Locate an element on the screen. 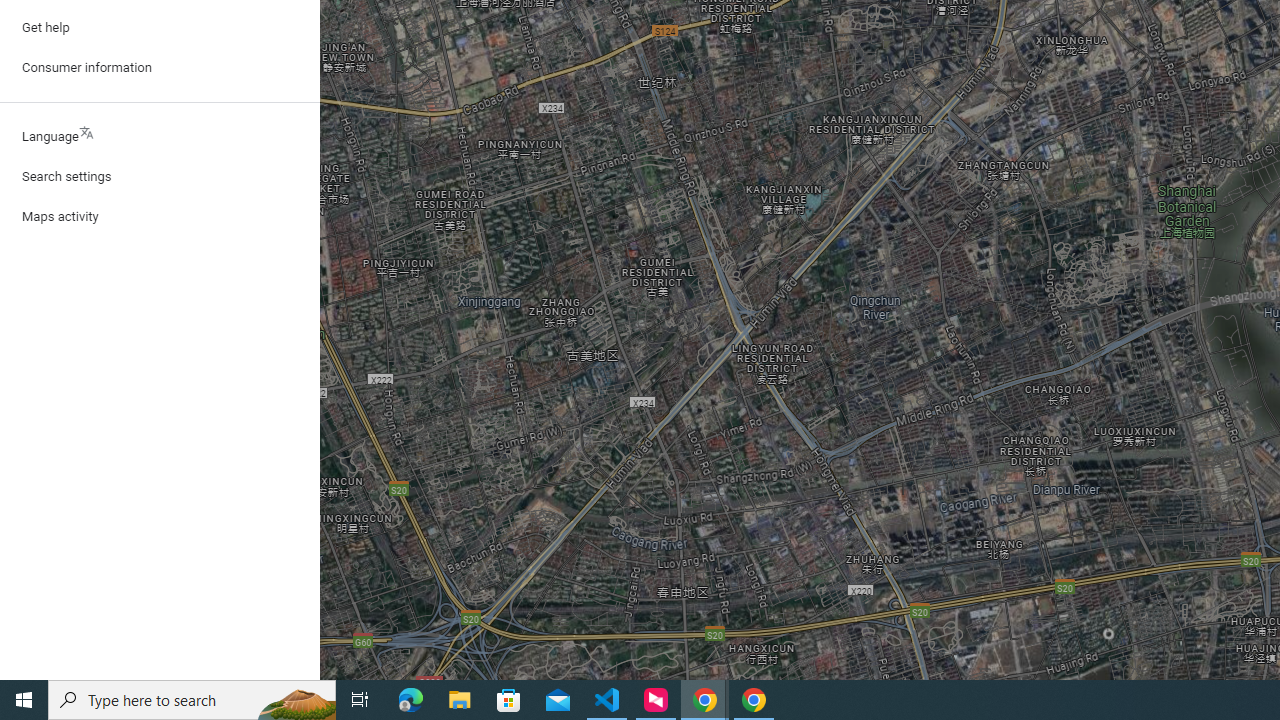 The height and width of the screenshot is (720, 1280). 'Get help' is located at coordinates (160, 28).